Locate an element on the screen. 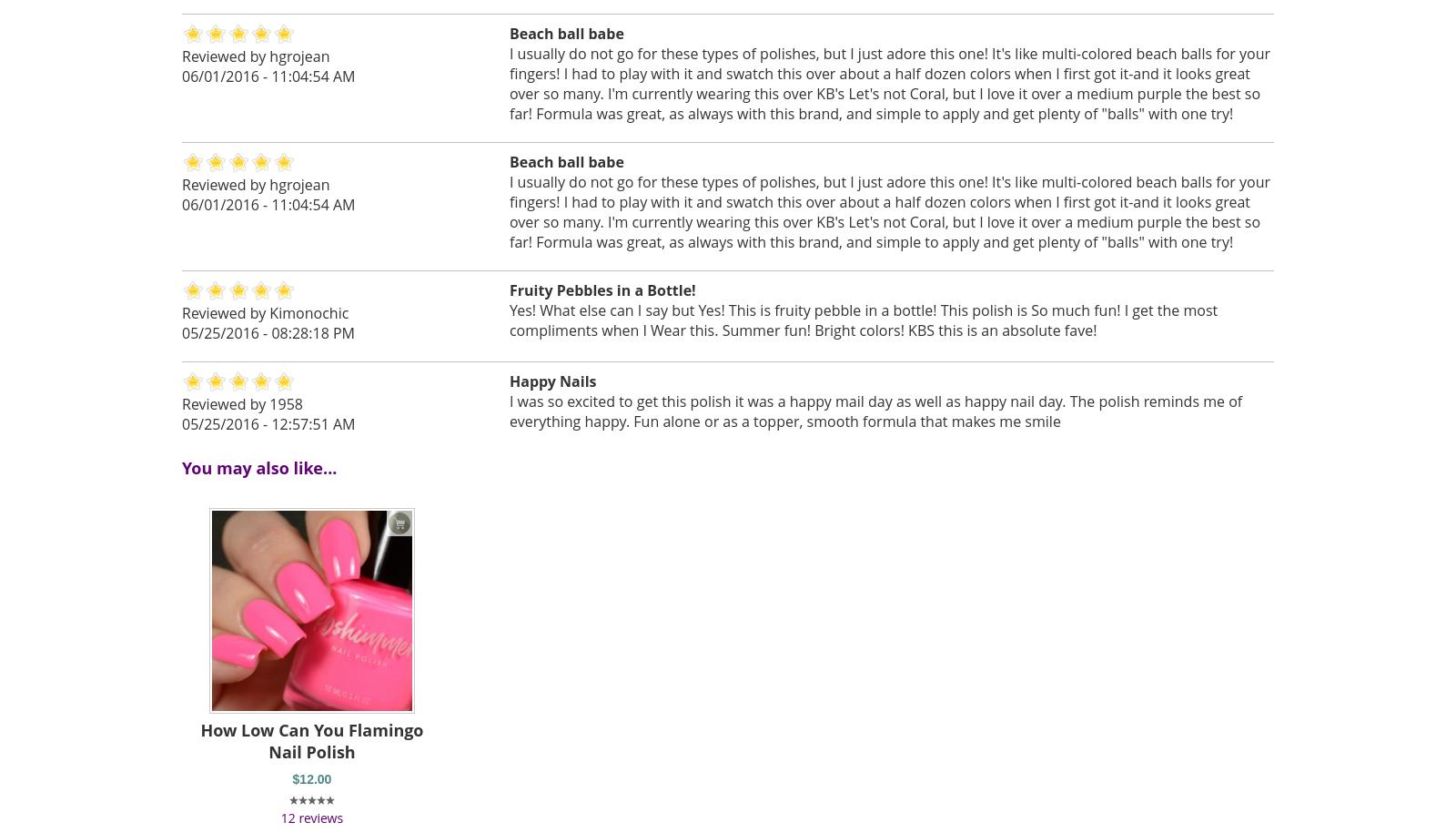 Image resolution: width=1456 pixels, height=833 pixels. '12 reviews' is located at coordinates (280, 816).